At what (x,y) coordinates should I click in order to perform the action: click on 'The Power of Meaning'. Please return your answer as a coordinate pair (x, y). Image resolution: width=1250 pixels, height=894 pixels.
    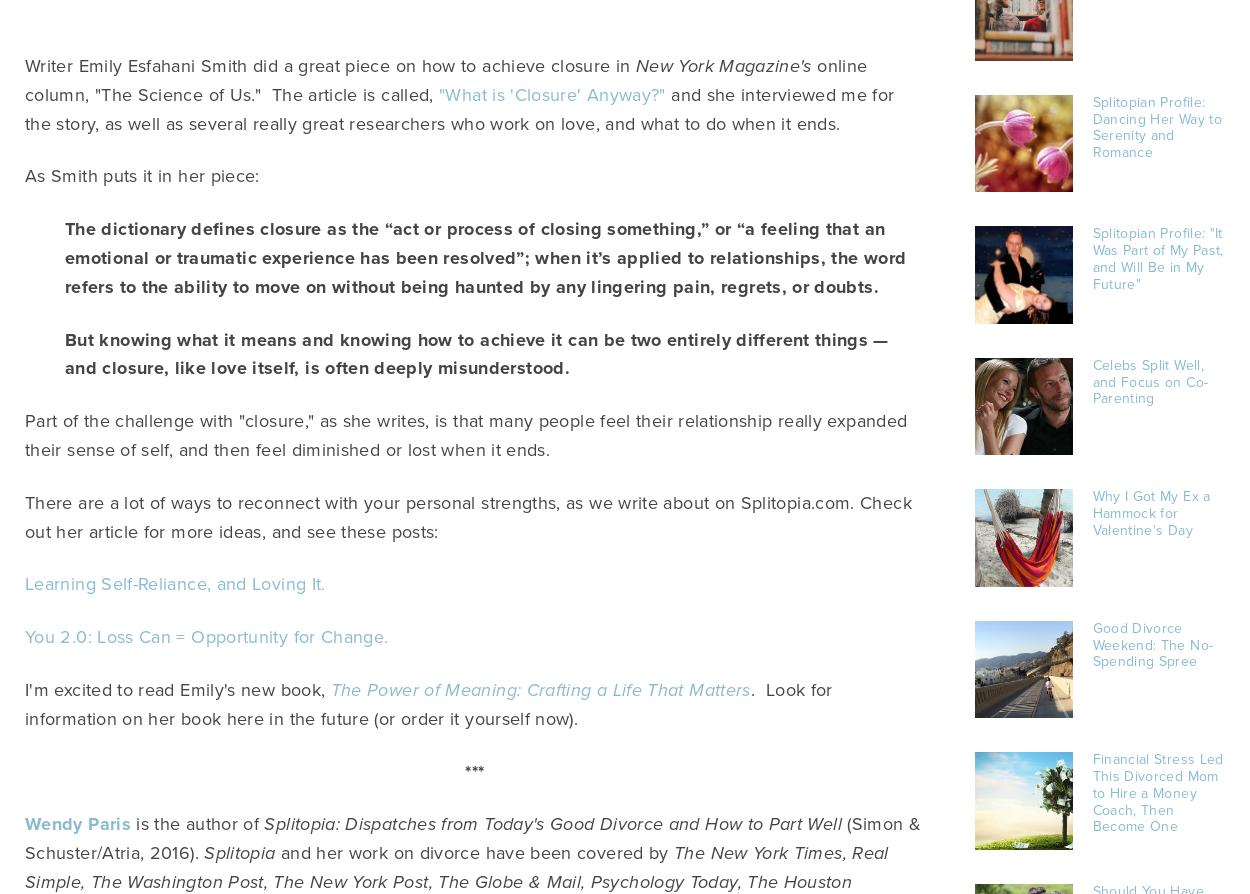
    Looking at the image, I should click on (423, 688).